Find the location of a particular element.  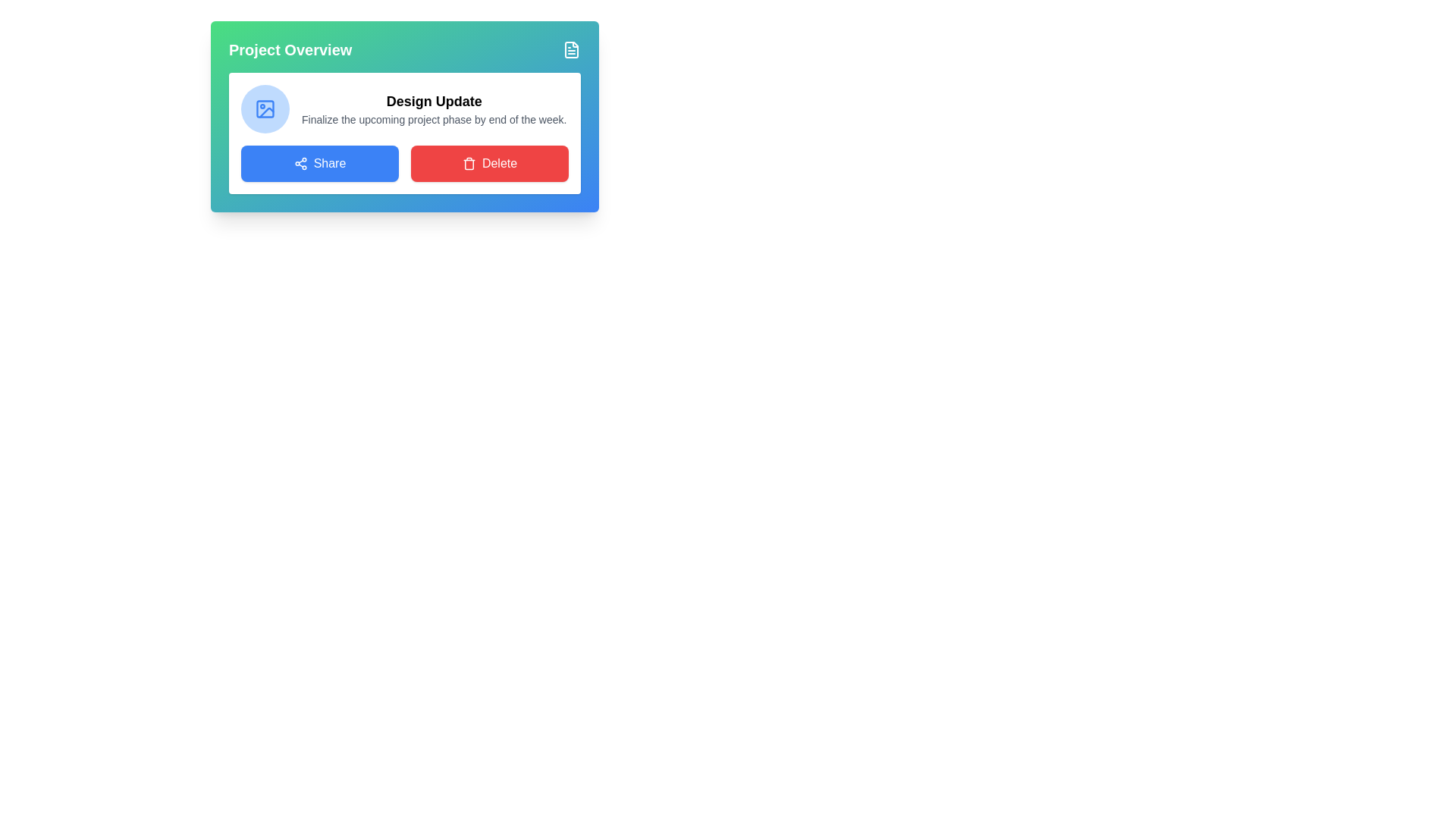

the delete button located at the bottom-right of the two-button row inside the card to observe its hover effects is located at coordinates (490, 164).